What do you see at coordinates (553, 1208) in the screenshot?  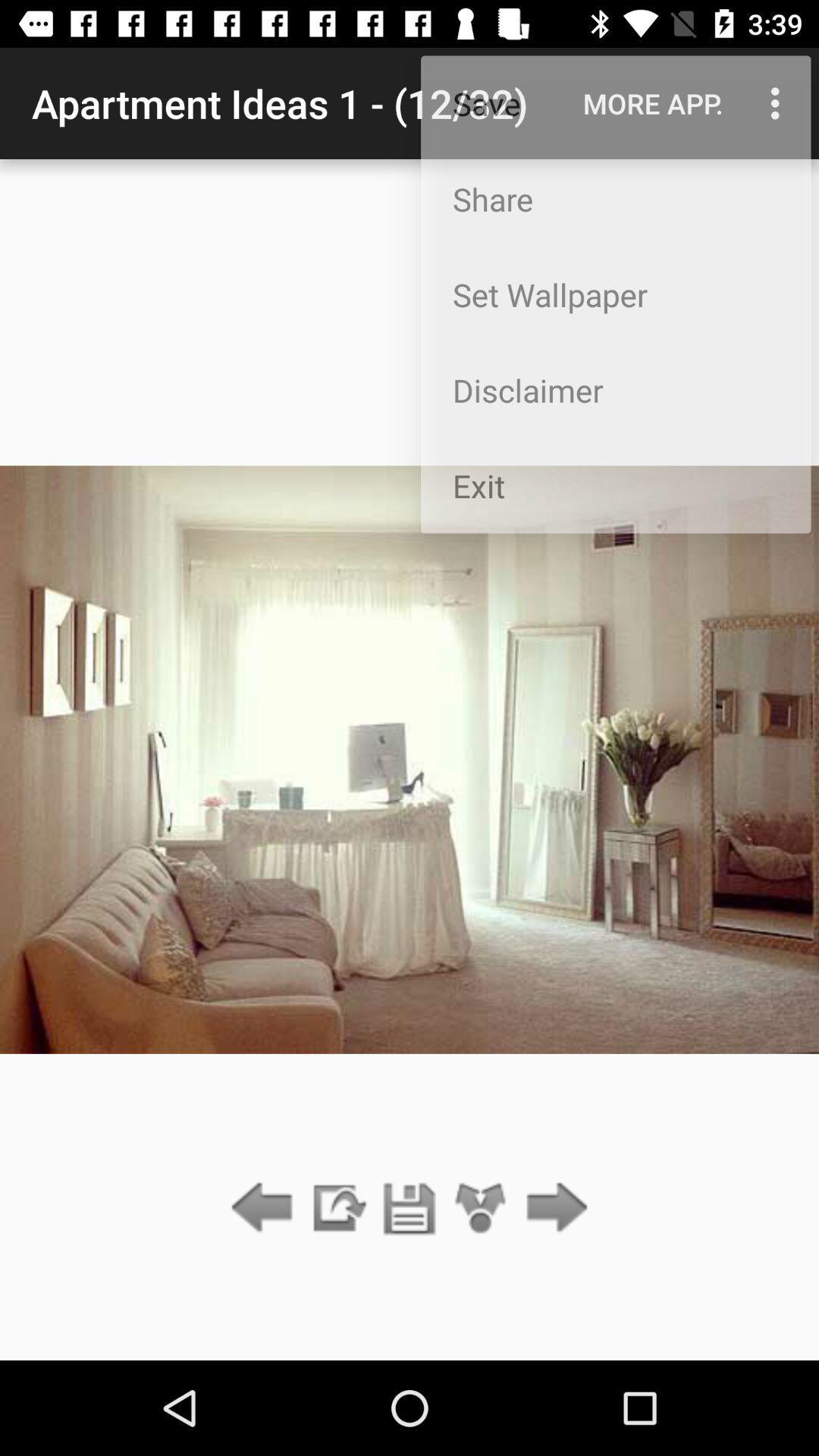 I see `the arrow_forward icon` at bounding box center [553, 1208].